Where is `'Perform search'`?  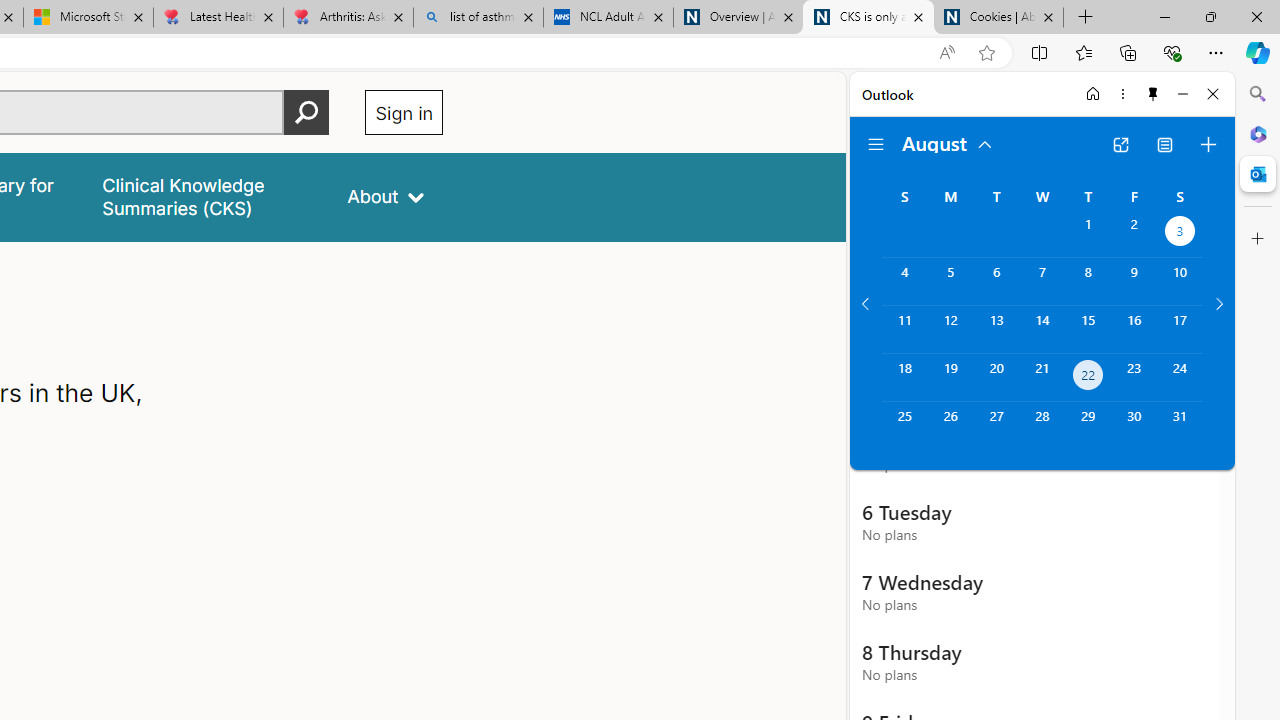
'Perform search' is located at coordinates (306, 112).